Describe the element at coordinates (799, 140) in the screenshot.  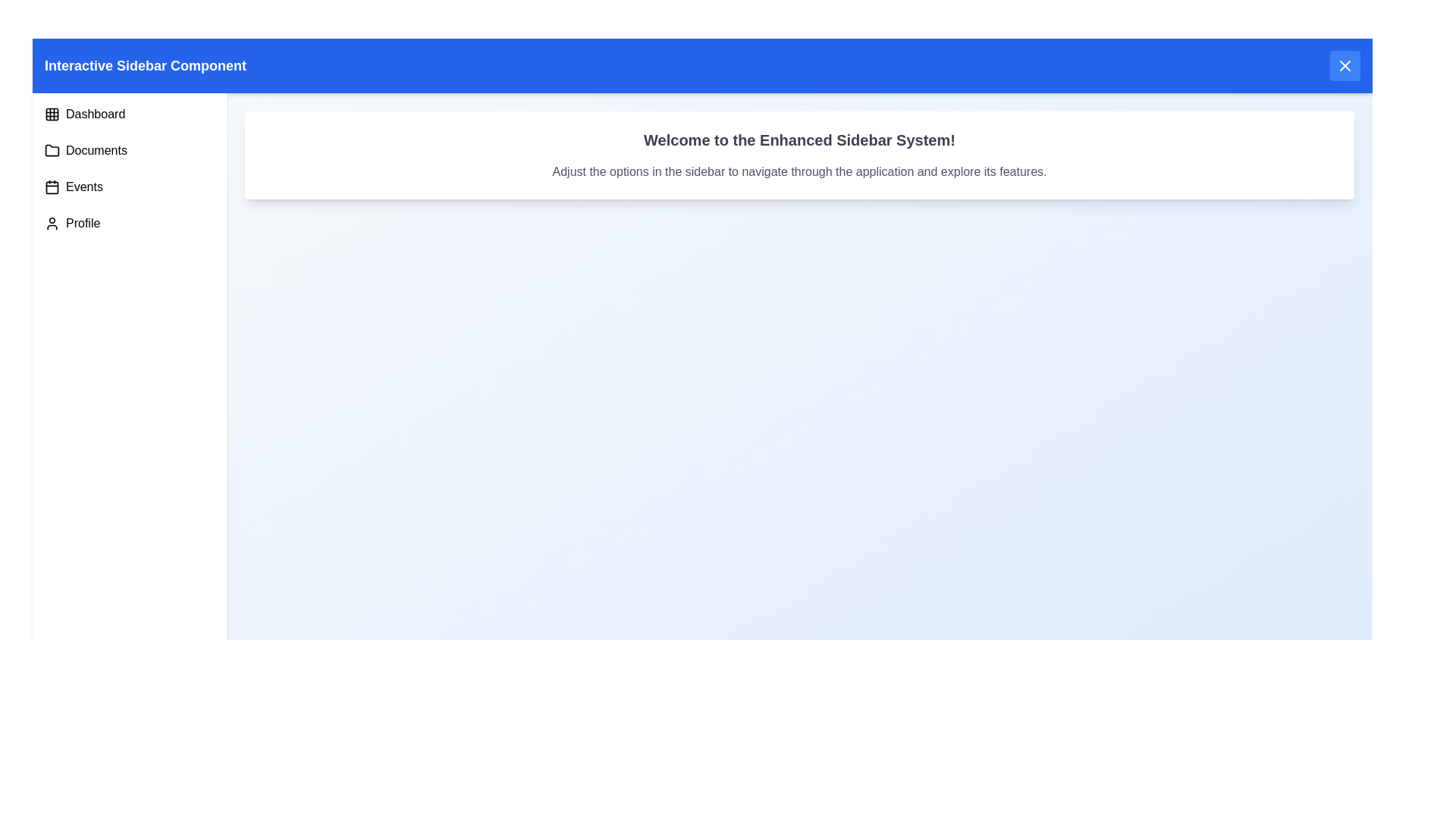
I see `the large title text labeled 'Welcome to the Enhanced Sidebar System!' which is prominently positioned within a white box with rounded corners` at that location.